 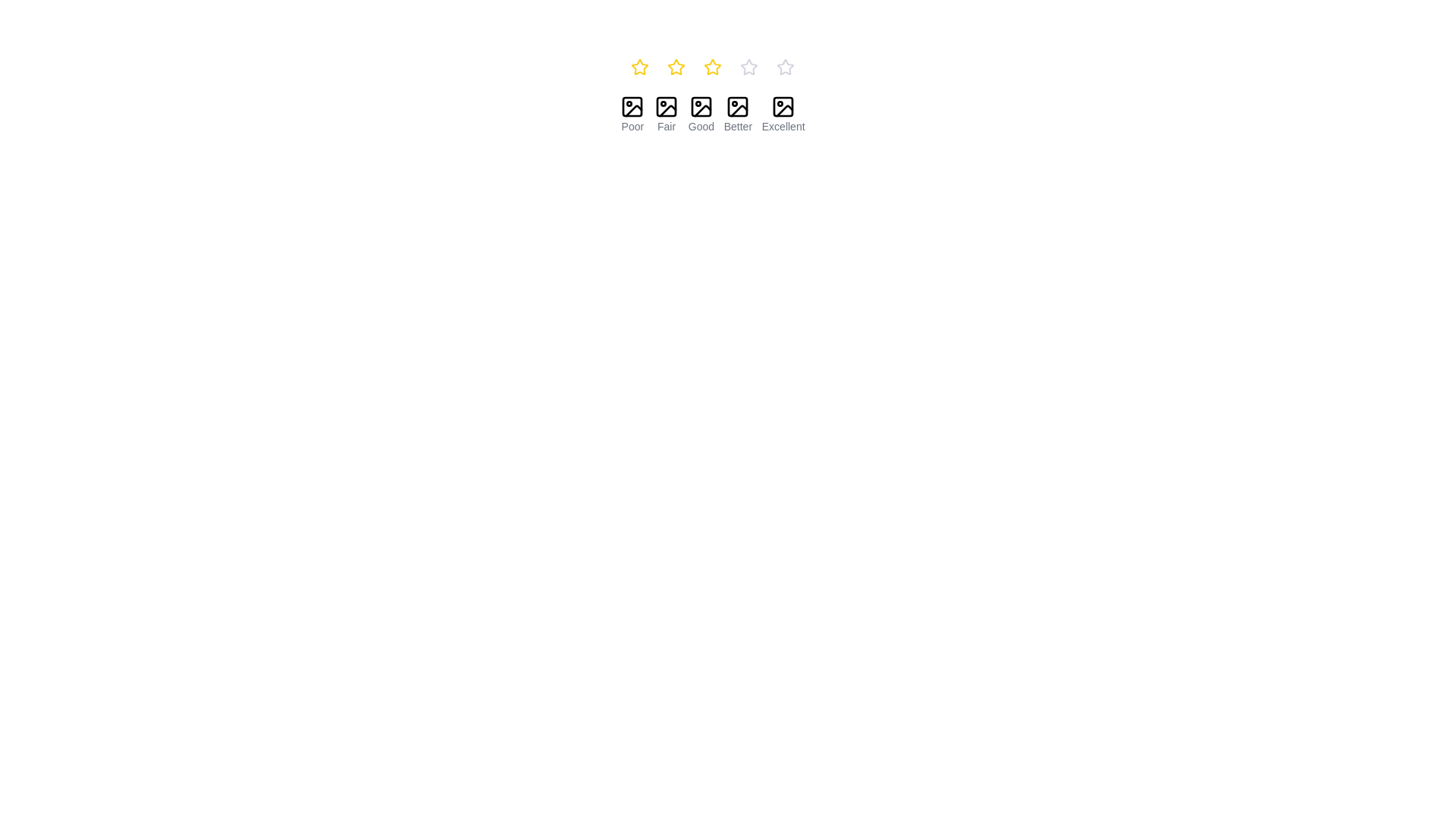 What do you see at coordinates (666, 106) in the screenshot?
I see `the 'Fair' rating icon, which is represented by an image with a diagonal line crossing it, located in the second position of a row of five rating icons` at bounding box center [666, 106].